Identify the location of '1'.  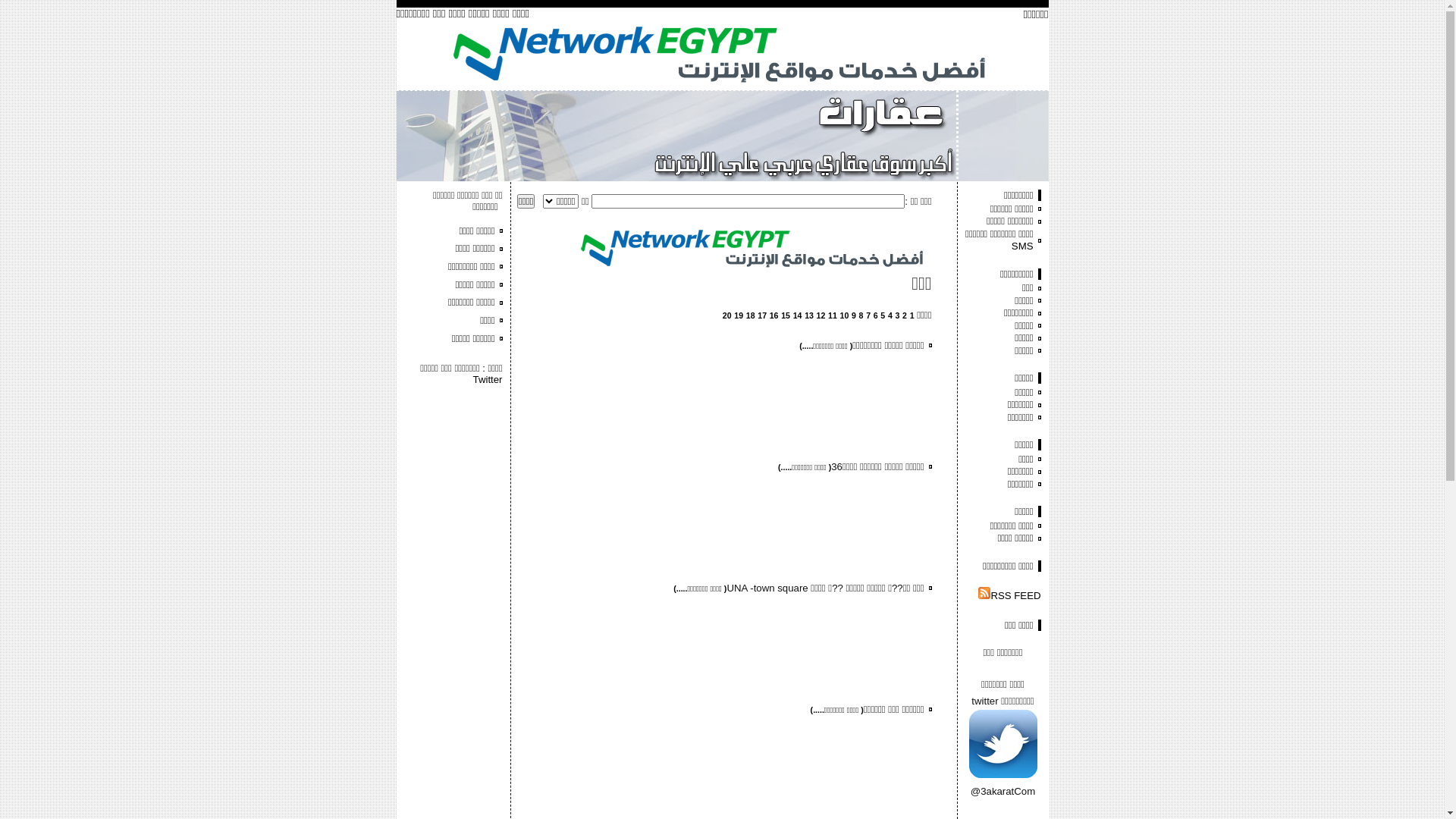
(912, 315).